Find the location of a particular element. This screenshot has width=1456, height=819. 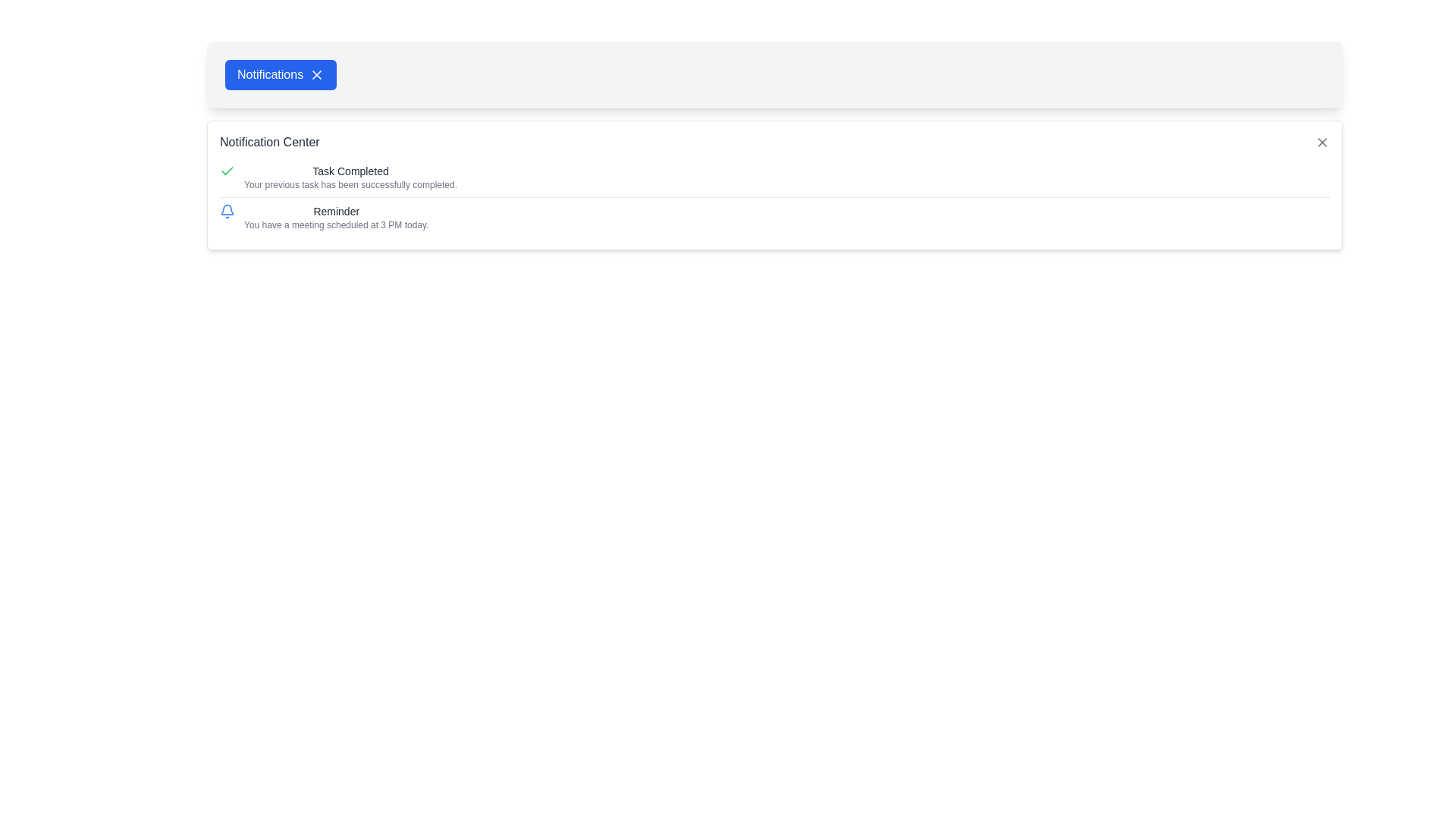

the 'Reminder' text label, which is a small font title in gray color within the notification area, indicating a meeting schedule is located at coordinates (335, 211).